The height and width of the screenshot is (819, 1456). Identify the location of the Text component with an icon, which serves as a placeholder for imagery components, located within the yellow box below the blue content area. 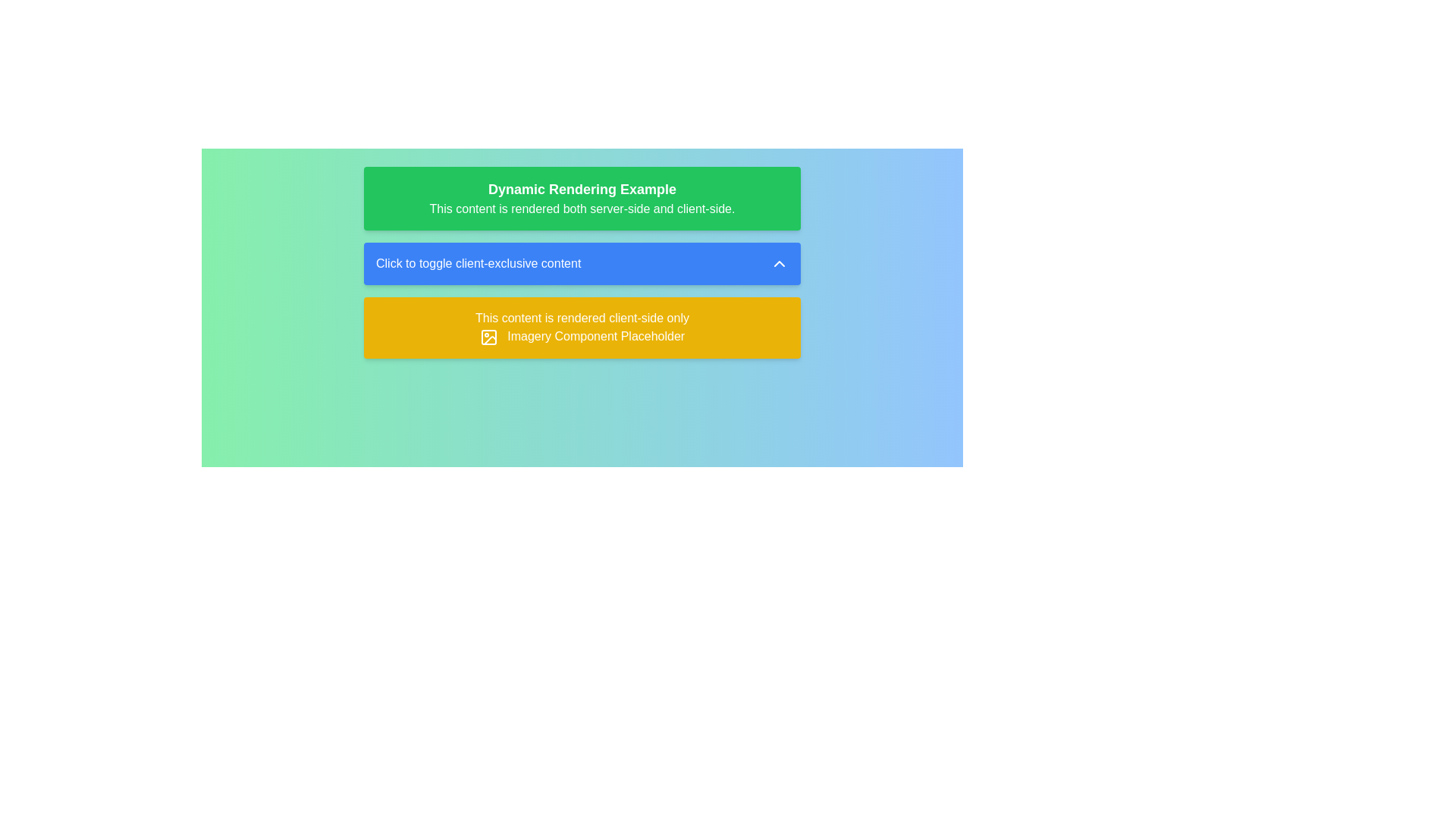
(582, 335).